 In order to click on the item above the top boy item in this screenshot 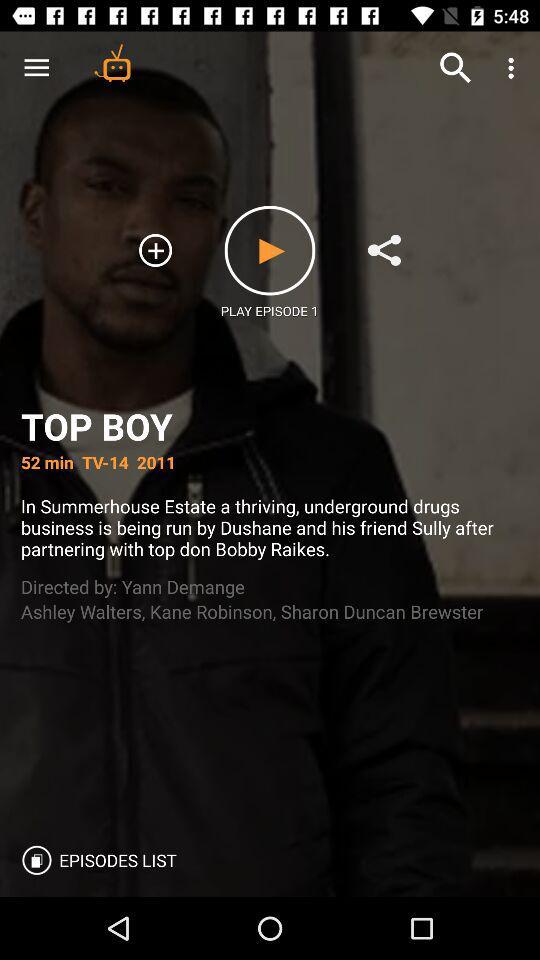, I will do `click(384, 249)`.